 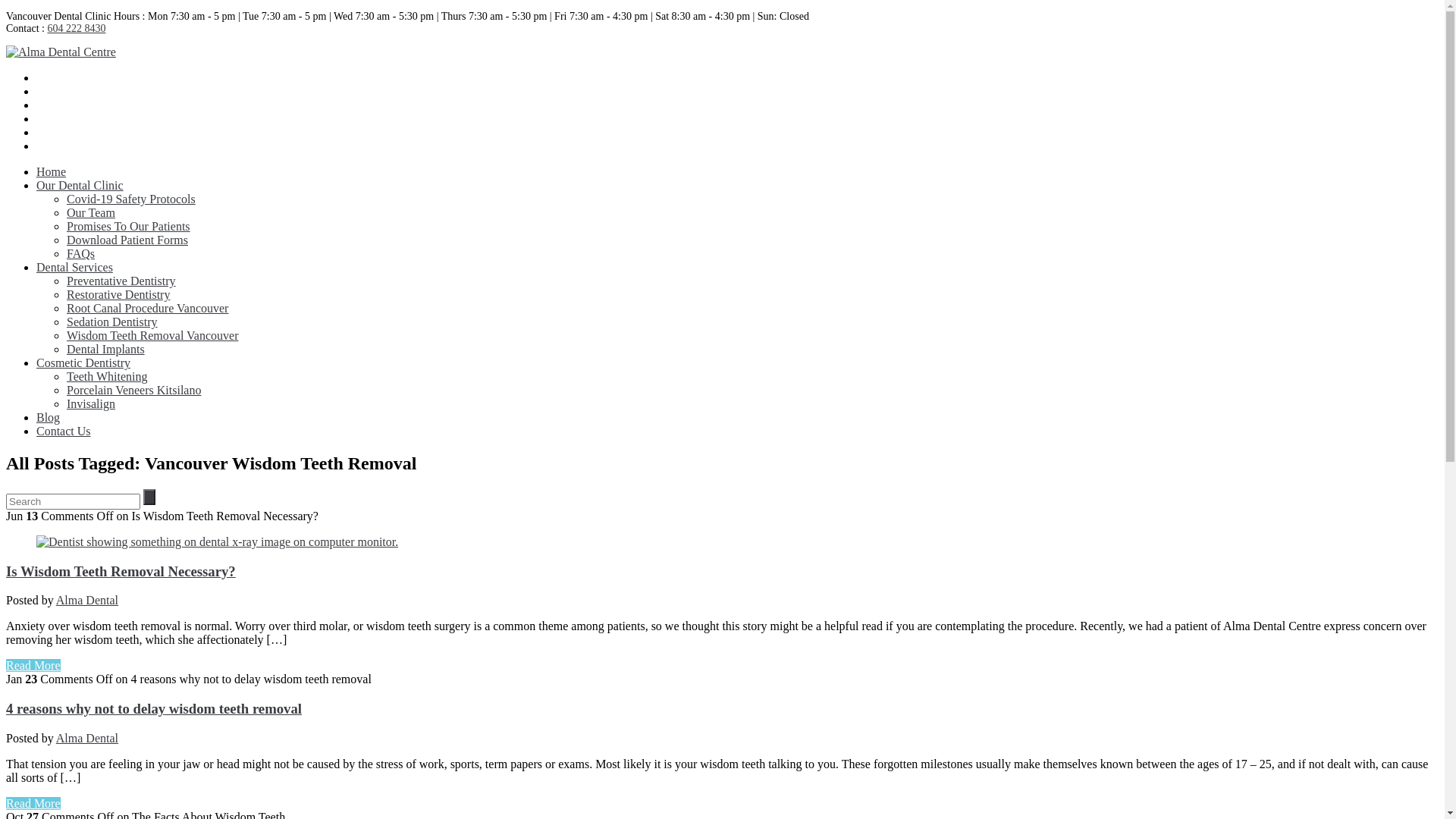 What do you see at coordinates (127, 239) in the screenshot?
I see `'Download Patient Forms'` at bounding box center [127, 239].